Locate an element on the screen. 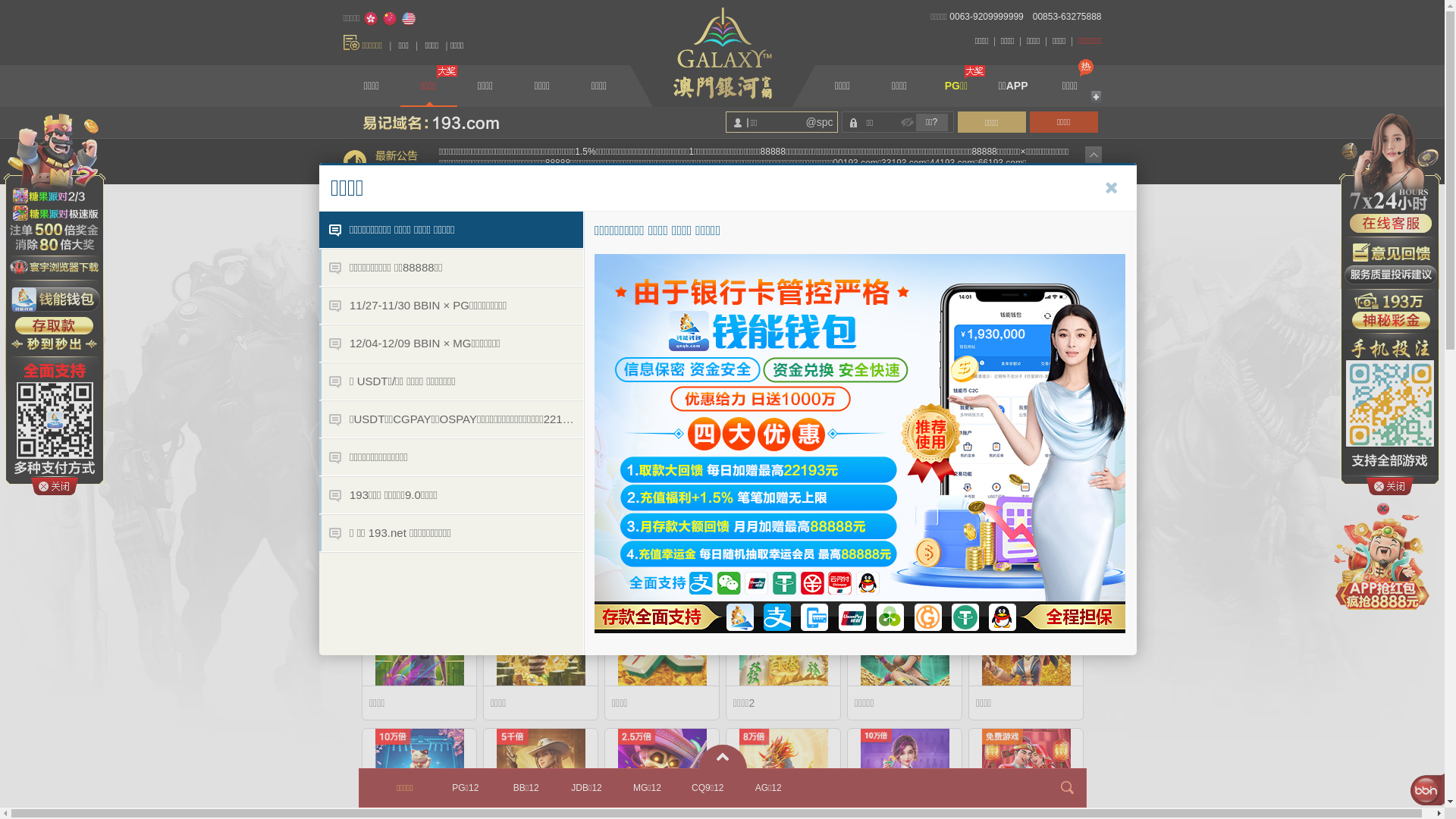 The width and height of the screenshot is (1456, 819). 'English' is located at coordinates (408, 18).